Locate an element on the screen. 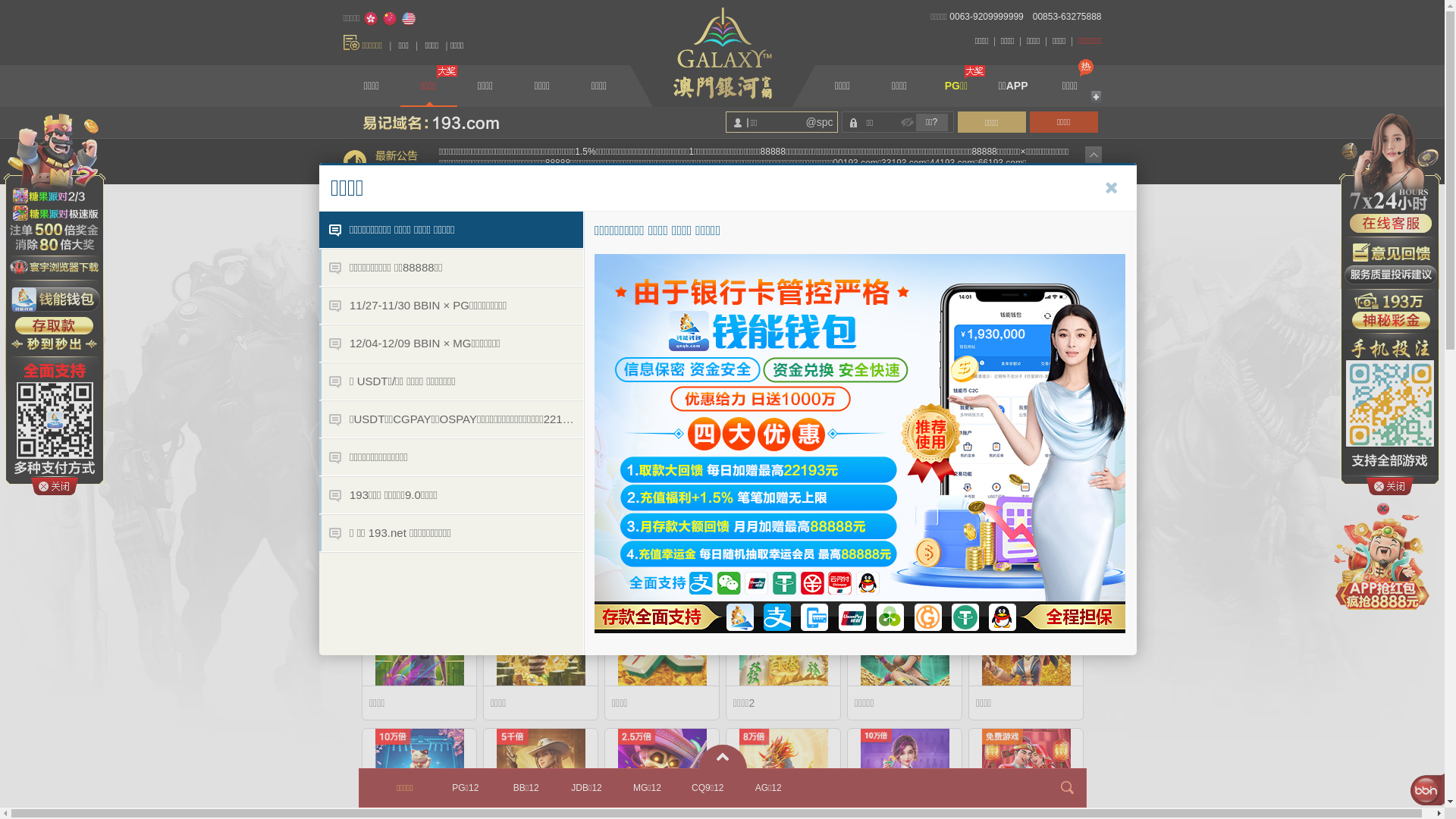 The width and height of the screenshot is (1456, 819). 'English' is located at coordinates (408, 18).